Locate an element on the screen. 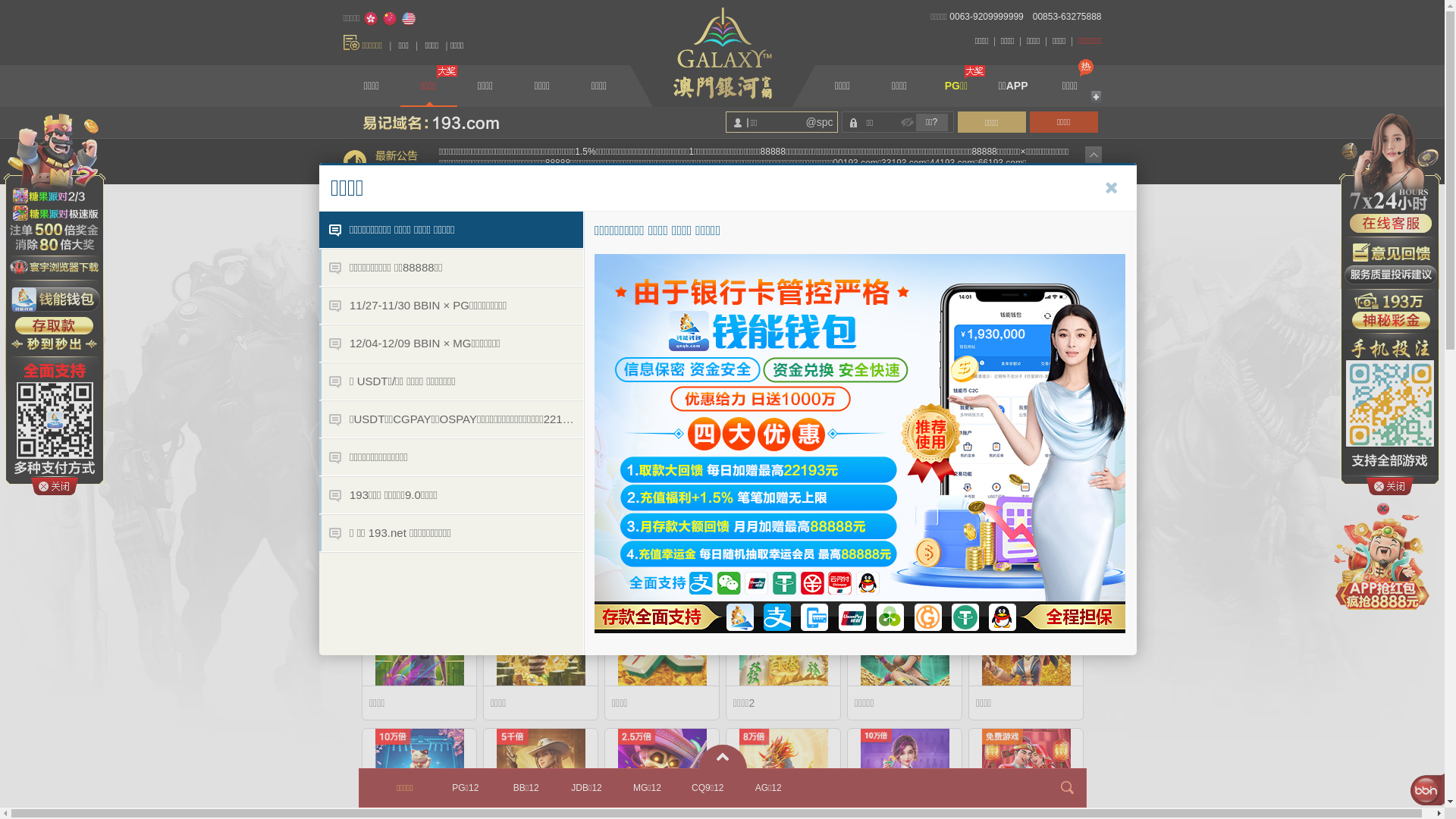 The width and height of the screenshot is (1456, 819). 'English' is located at coordinates (408, 18).